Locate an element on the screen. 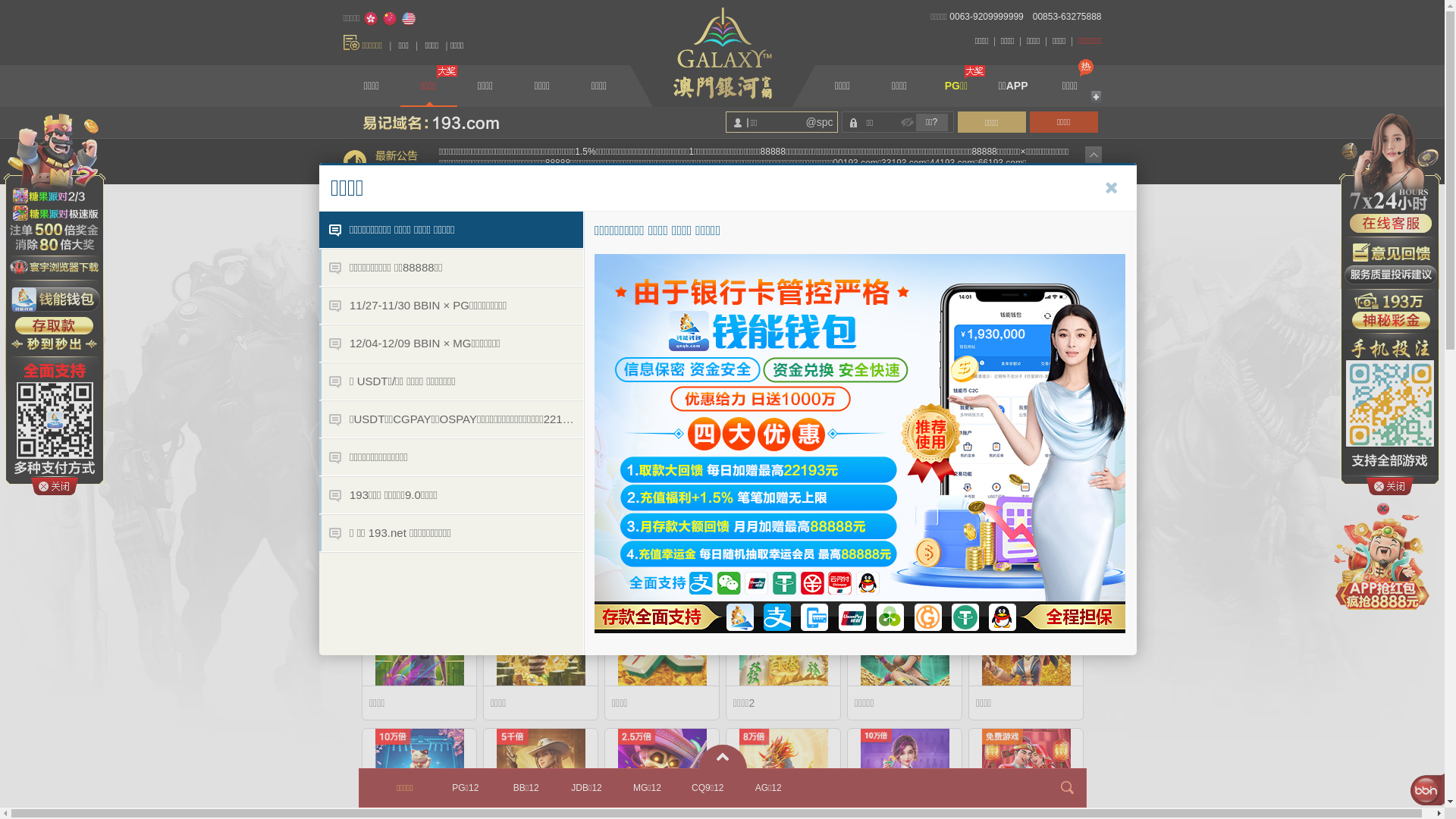 The width and height of the screenshot is (1456, 819). 'English' is located at coordinates (408, 18).